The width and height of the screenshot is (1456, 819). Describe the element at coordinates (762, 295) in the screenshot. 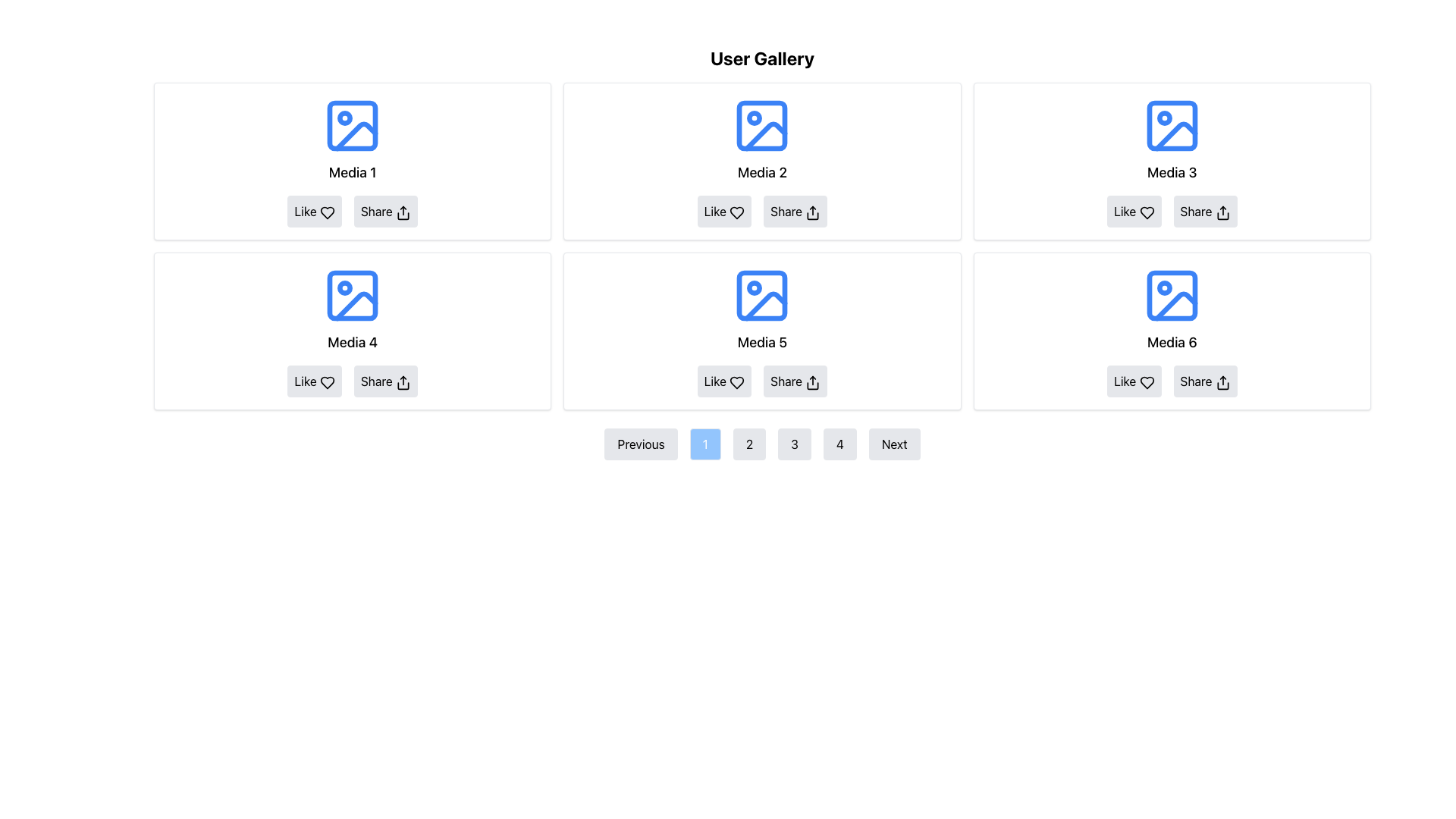

I see `the Icon located in the fifth card of the gallery grid, which is identified by 'Media 5' text below it, positioned above the 'Like' and 'Share' buttons` at that location.